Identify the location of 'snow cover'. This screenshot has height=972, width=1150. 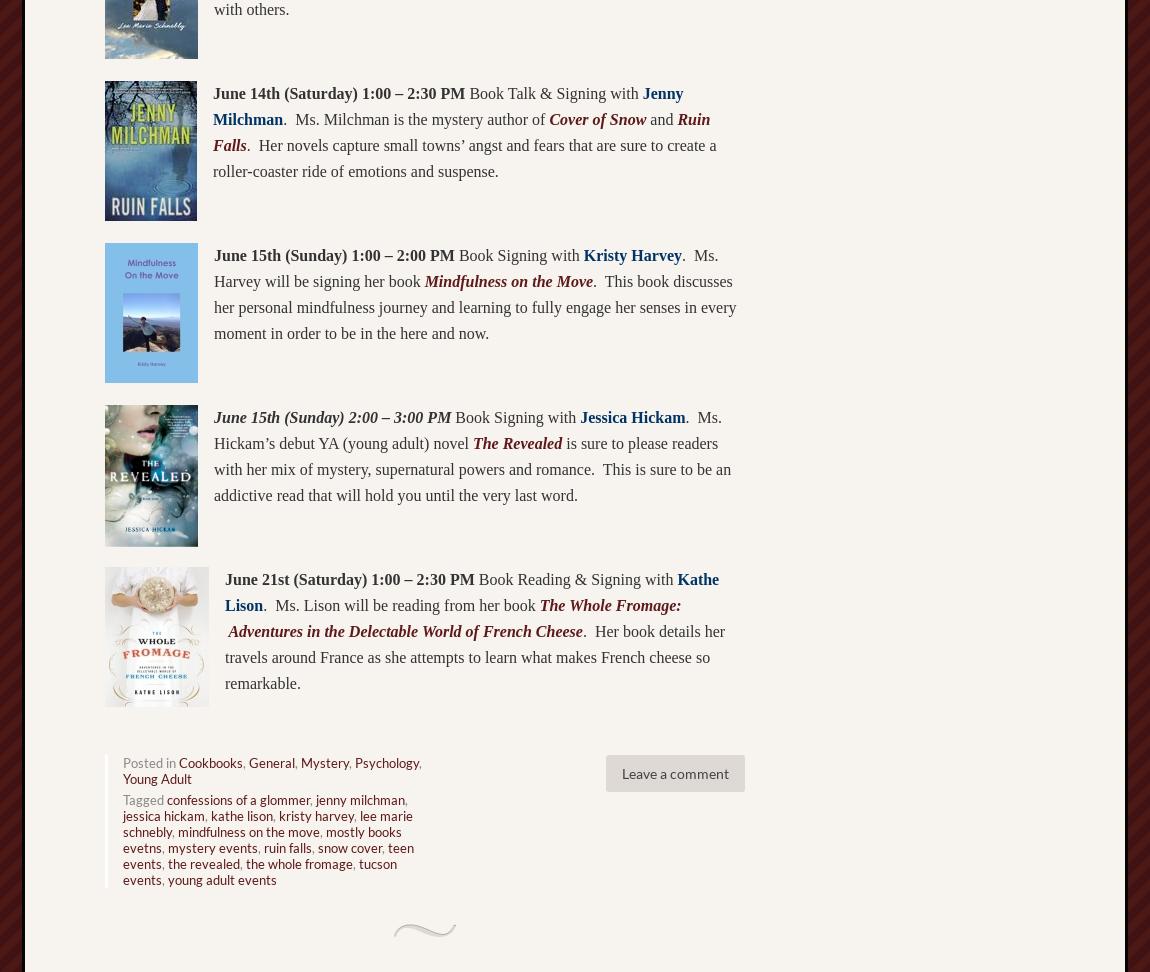
(349, 846).